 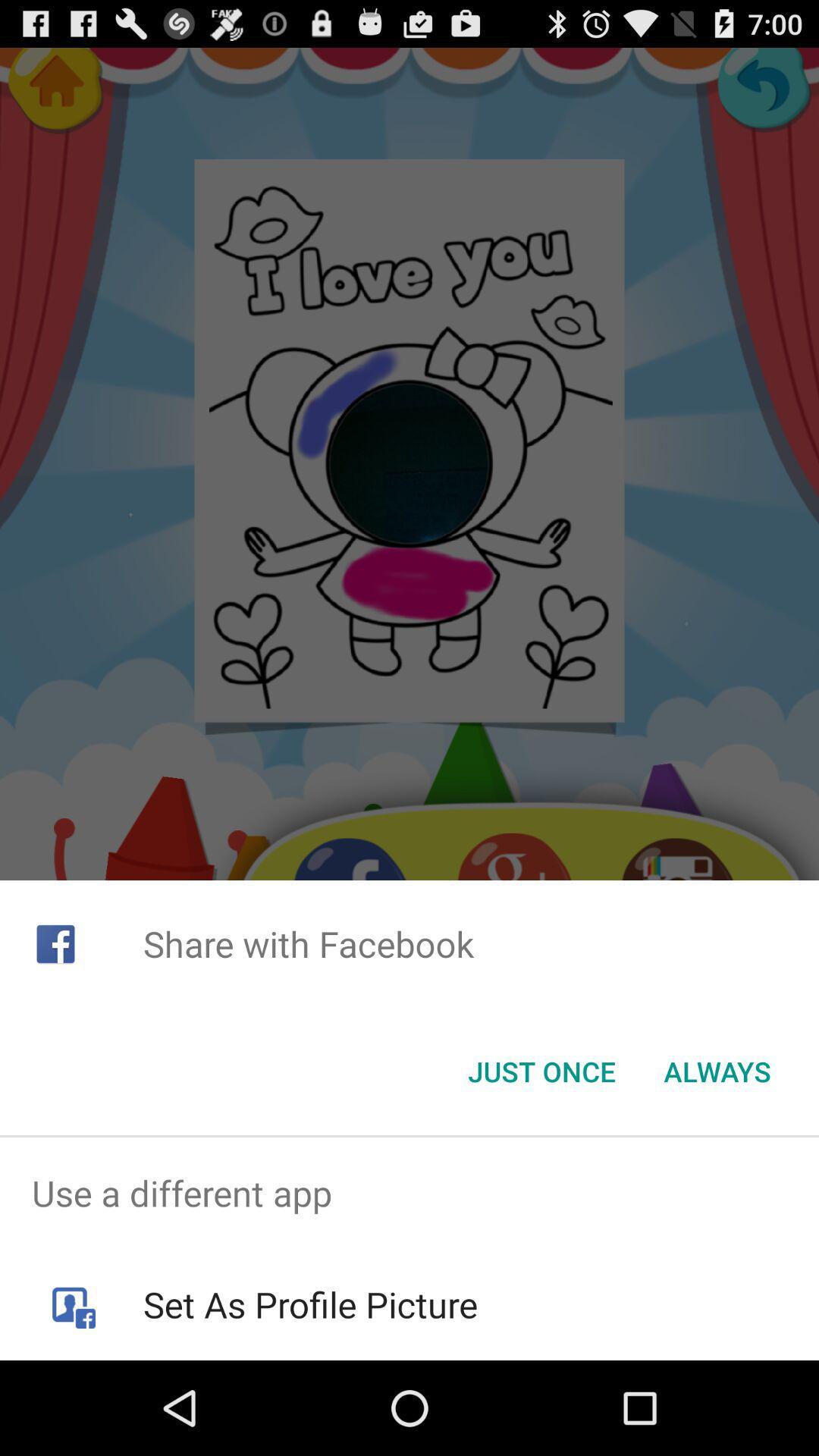 What do you see at coordinates (717, 1070) in the screenshot?
I see `item next to just once item` at bounding box center [717, 1070].